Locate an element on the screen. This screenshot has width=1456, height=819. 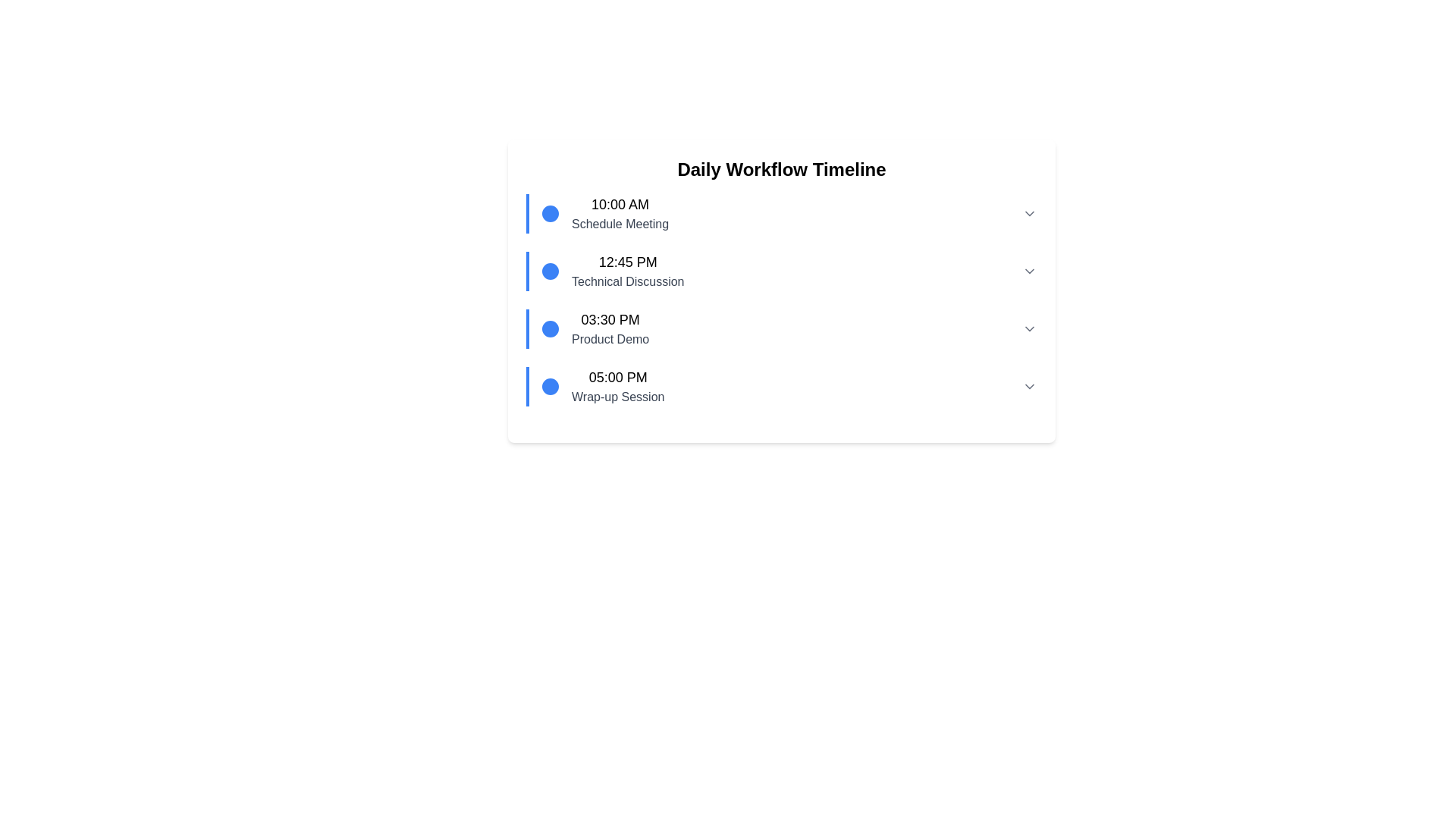
the List entry element that displays '12:45 PM' and 'Technical Discussion' is located at coordinates (782, 271).